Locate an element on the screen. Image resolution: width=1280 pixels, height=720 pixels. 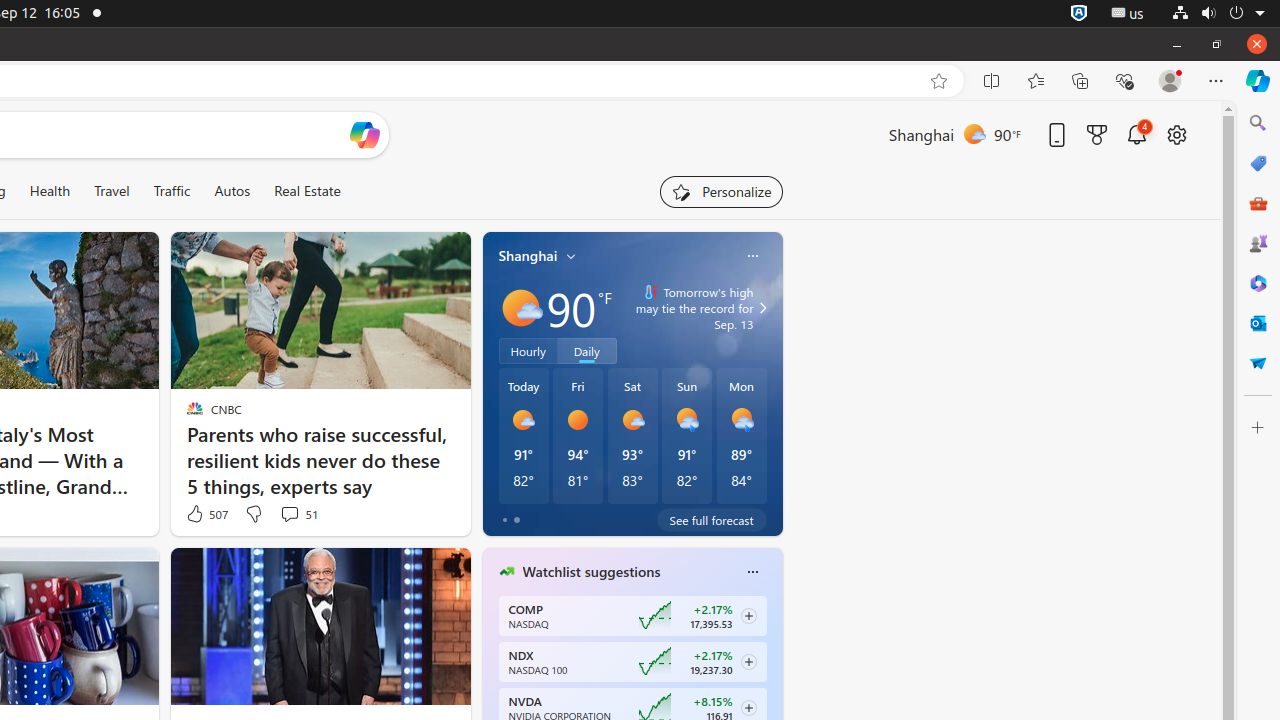
'COMP NASDAQ ‎+2.17%‎ 17,395.53' is located at coordinates (631, 615).